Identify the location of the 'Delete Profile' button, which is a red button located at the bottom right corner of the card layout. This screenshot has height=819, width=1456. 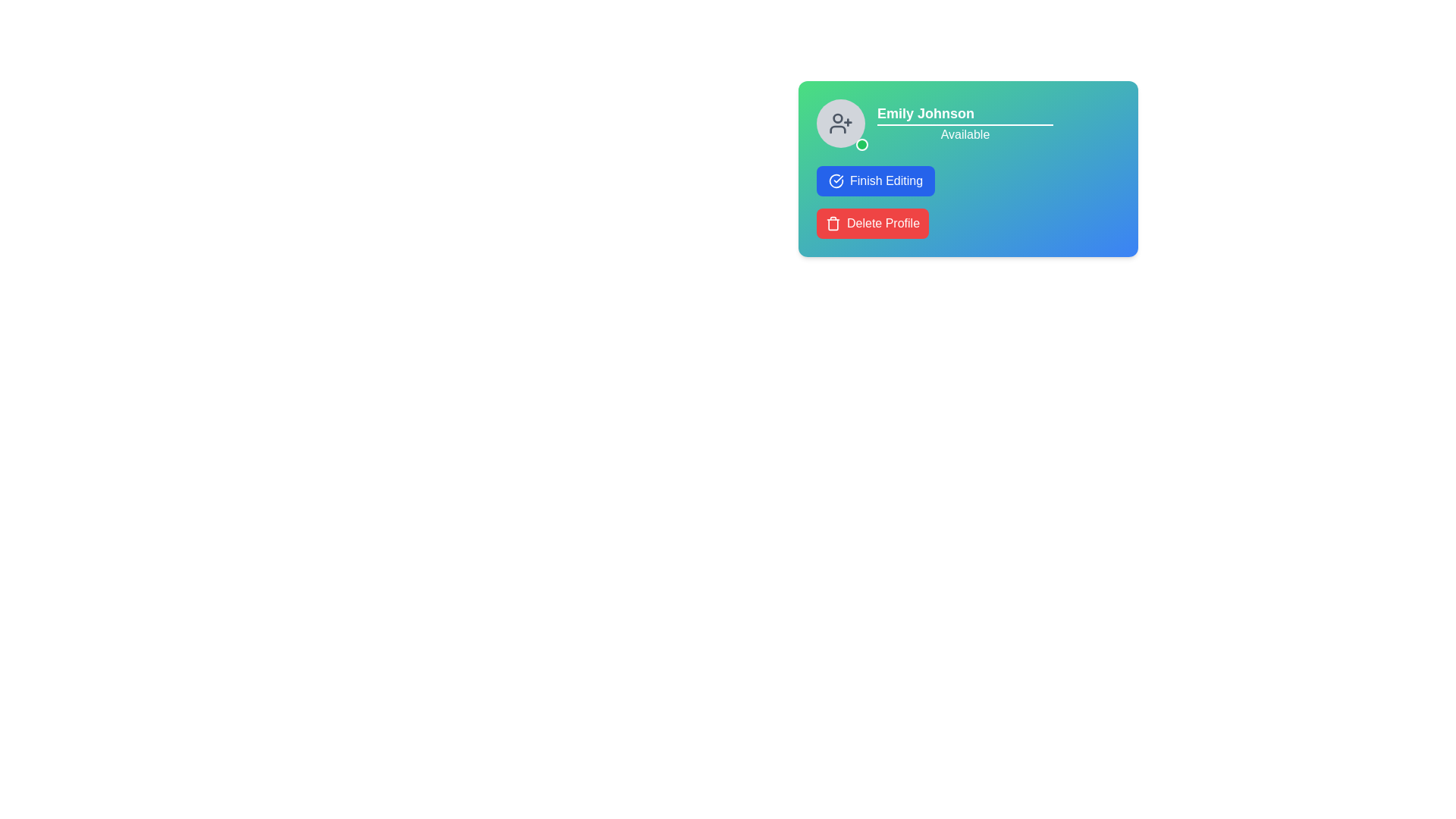
(883, 223).